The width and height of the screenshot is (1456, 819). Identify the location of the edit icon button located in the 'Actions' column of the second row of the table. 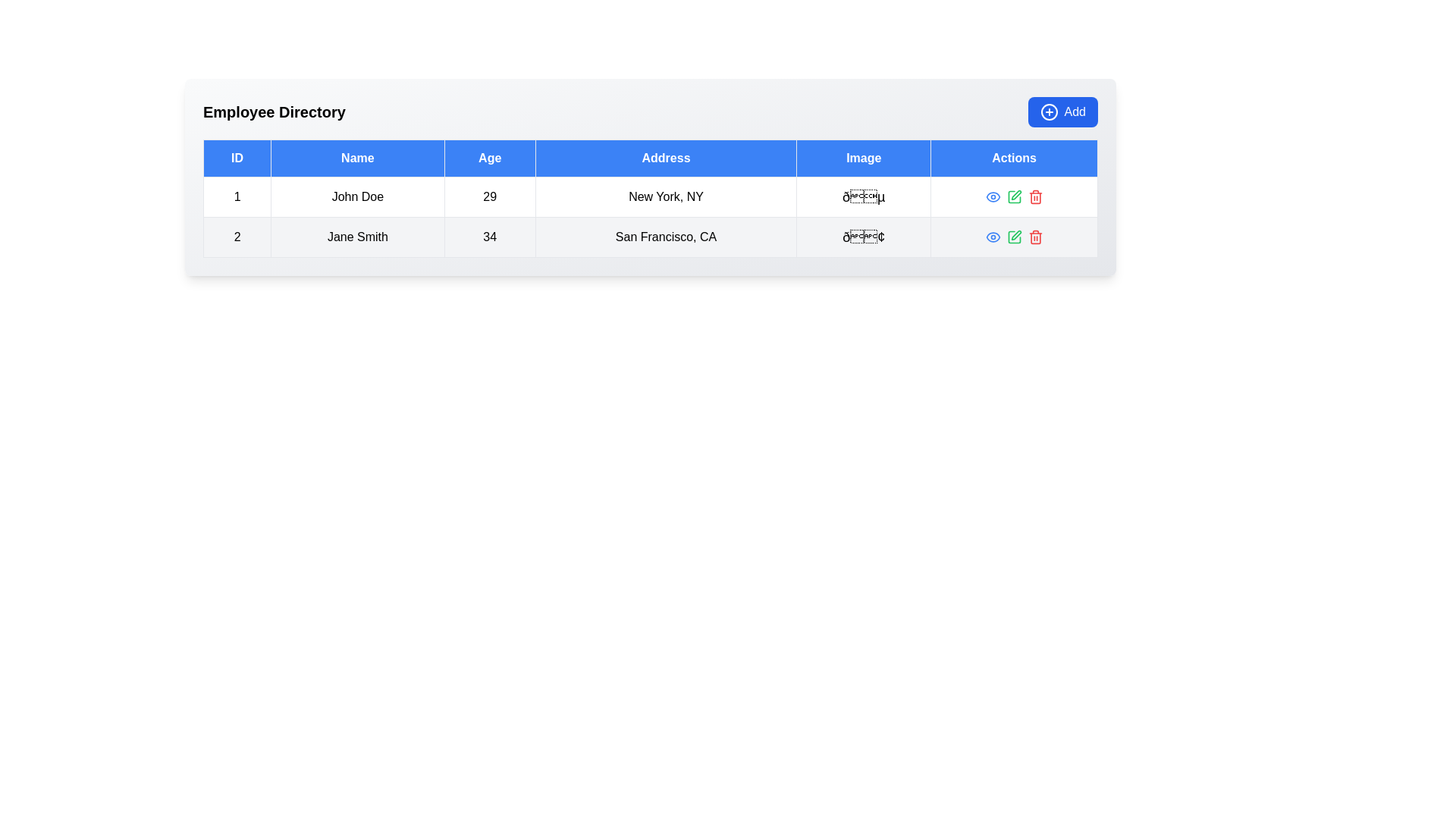
(1014, 196).